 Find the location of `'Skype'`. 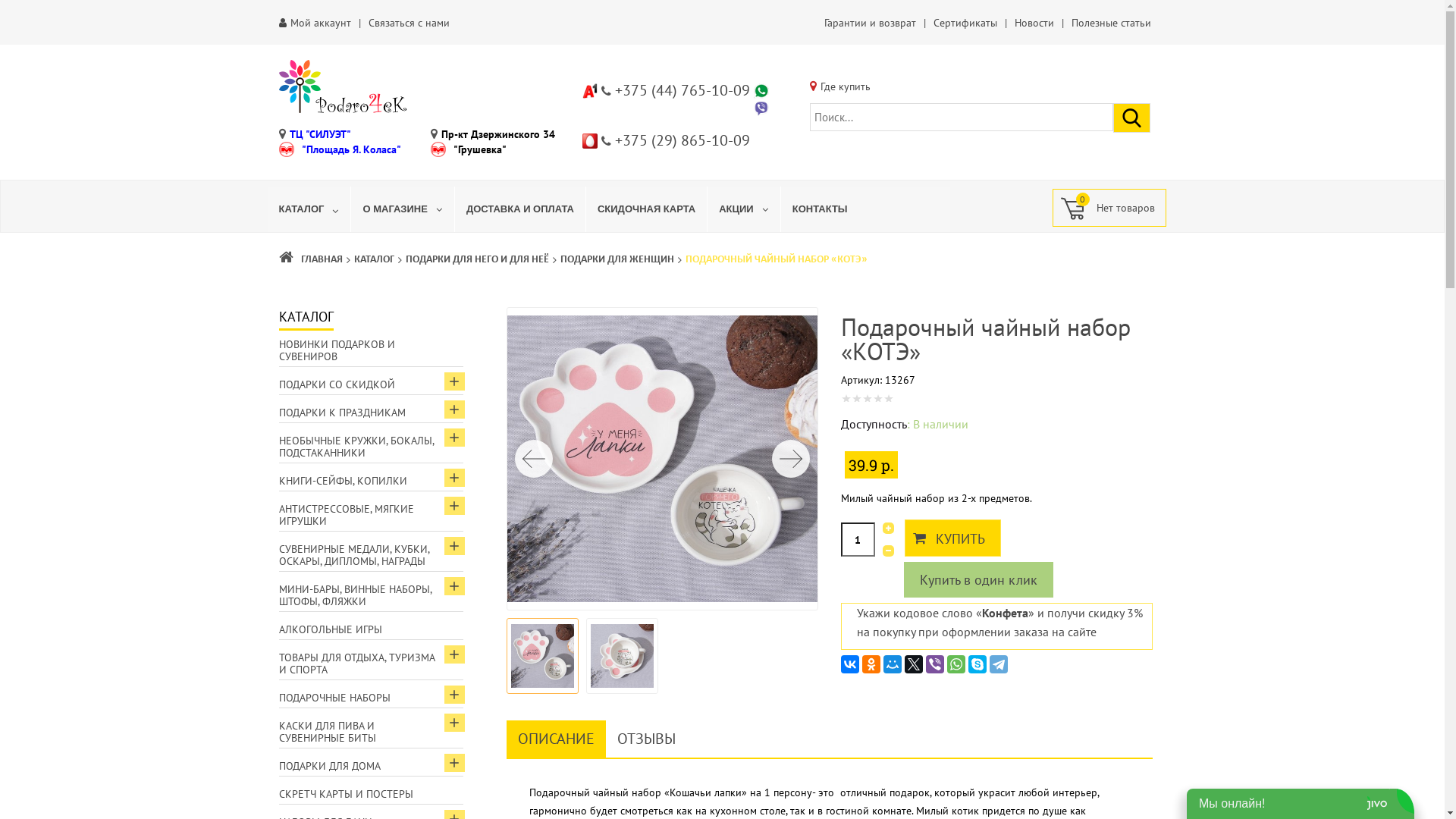

'Skype' is located at coordinates (967, 663).